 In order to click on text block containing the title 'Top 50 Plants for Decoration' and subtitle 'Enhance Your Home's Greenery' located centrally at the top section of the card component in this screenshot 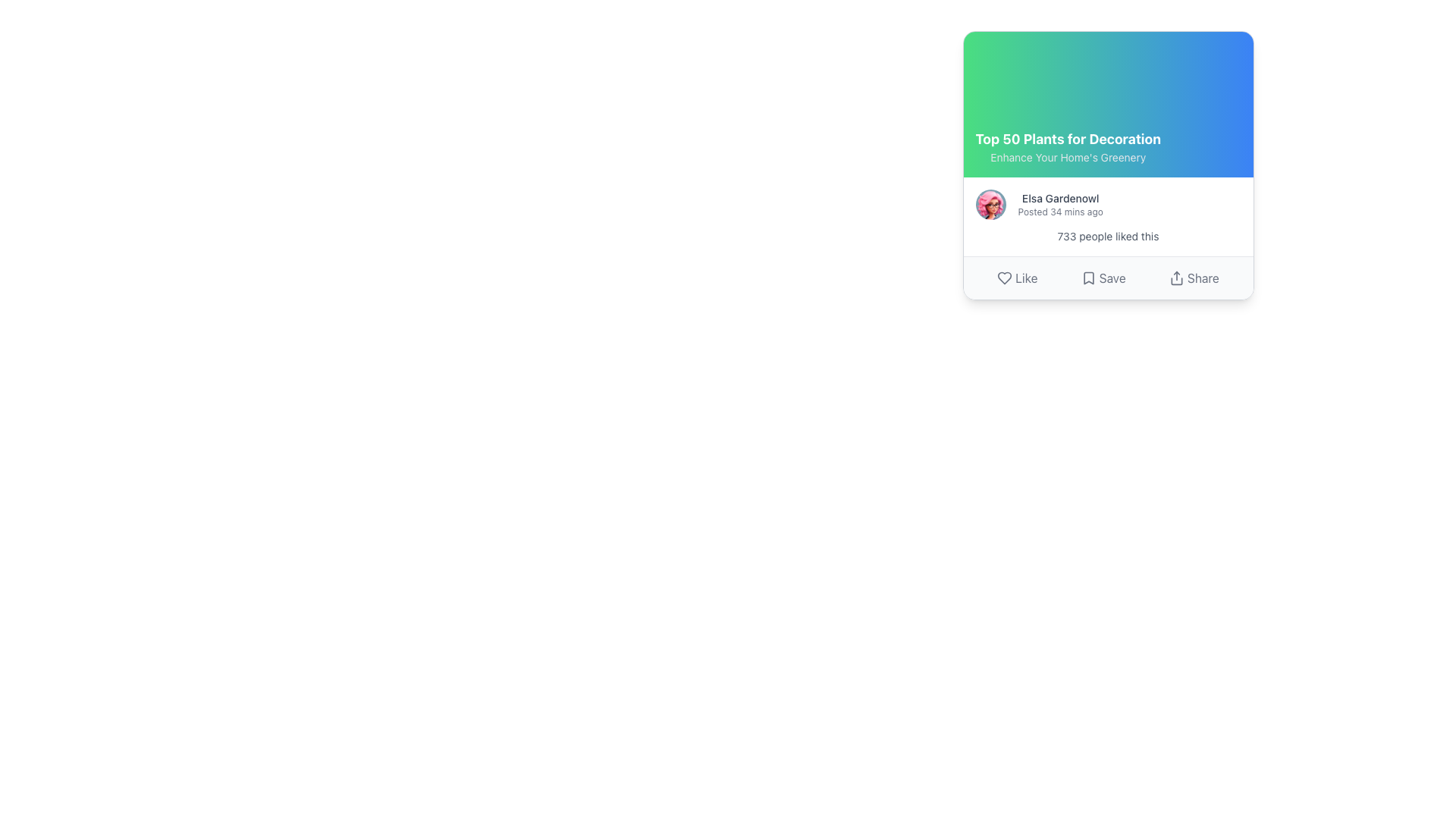, I will do `click(1067, 146)`.